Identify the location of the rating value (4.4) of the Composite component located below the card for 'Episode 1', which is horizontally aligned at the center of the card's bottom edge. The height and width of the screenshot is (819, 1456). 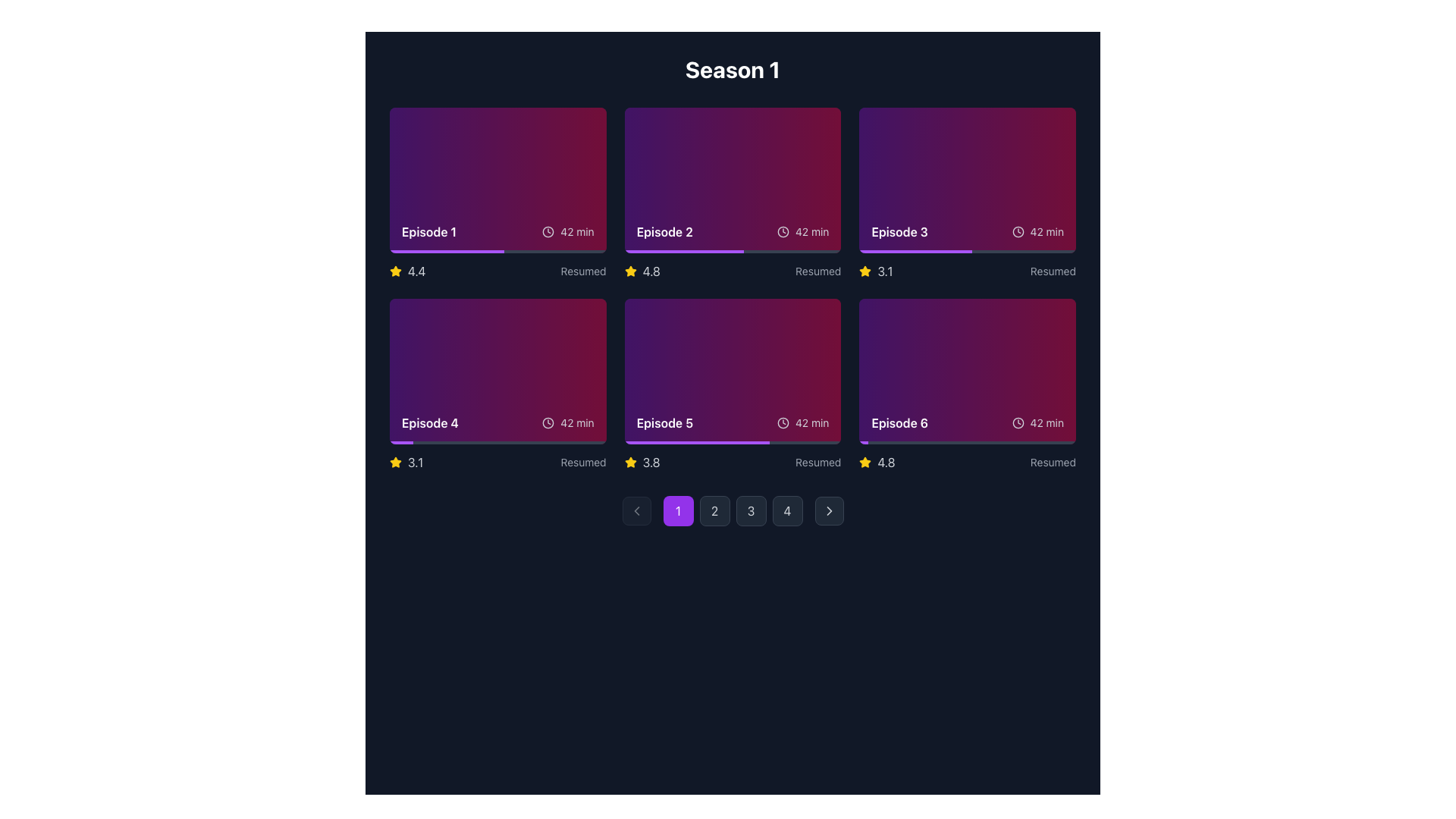
(497, 271).